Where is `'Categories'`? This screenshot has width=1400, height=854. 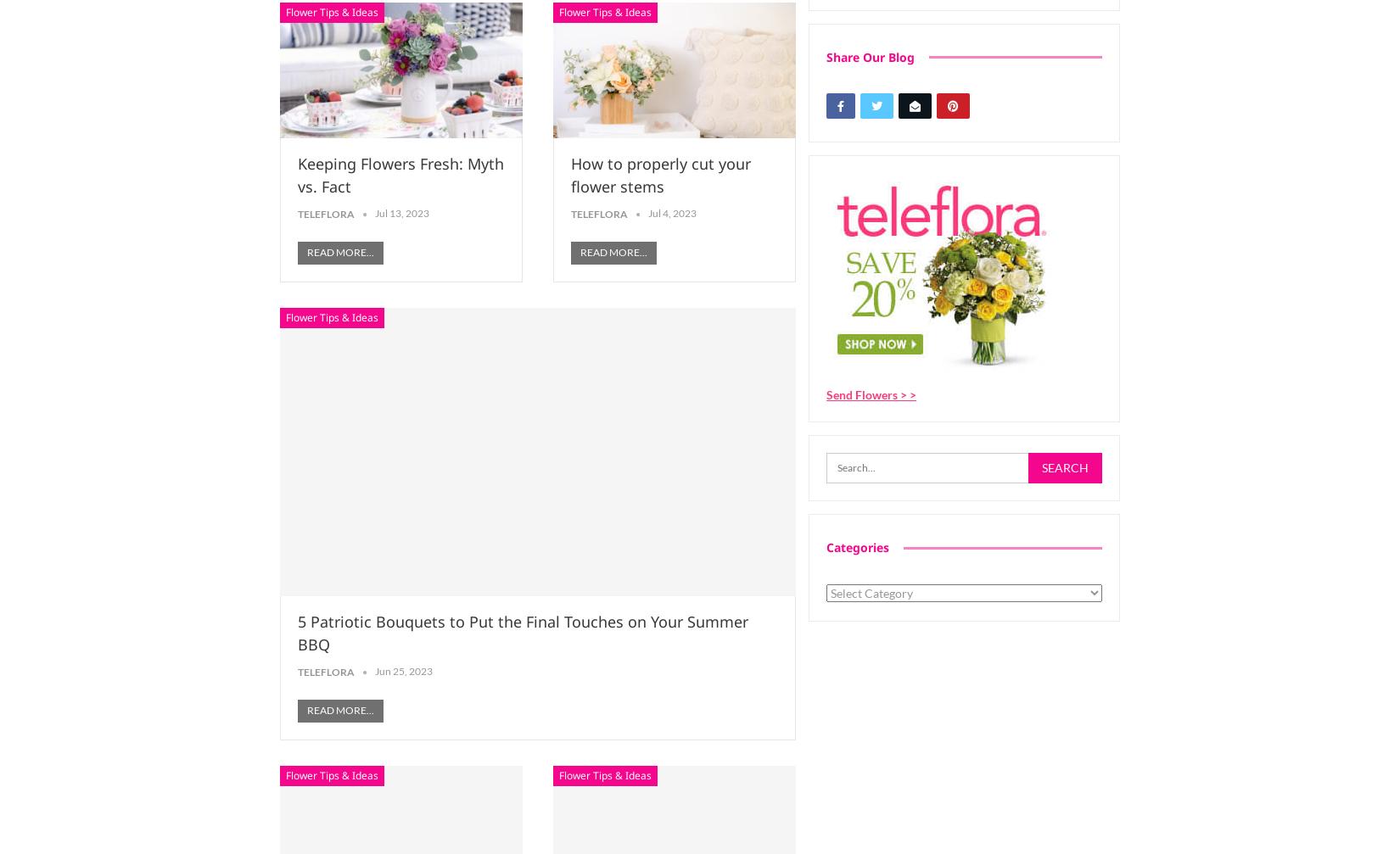
'Categories' is located at coordinates (857, 546).